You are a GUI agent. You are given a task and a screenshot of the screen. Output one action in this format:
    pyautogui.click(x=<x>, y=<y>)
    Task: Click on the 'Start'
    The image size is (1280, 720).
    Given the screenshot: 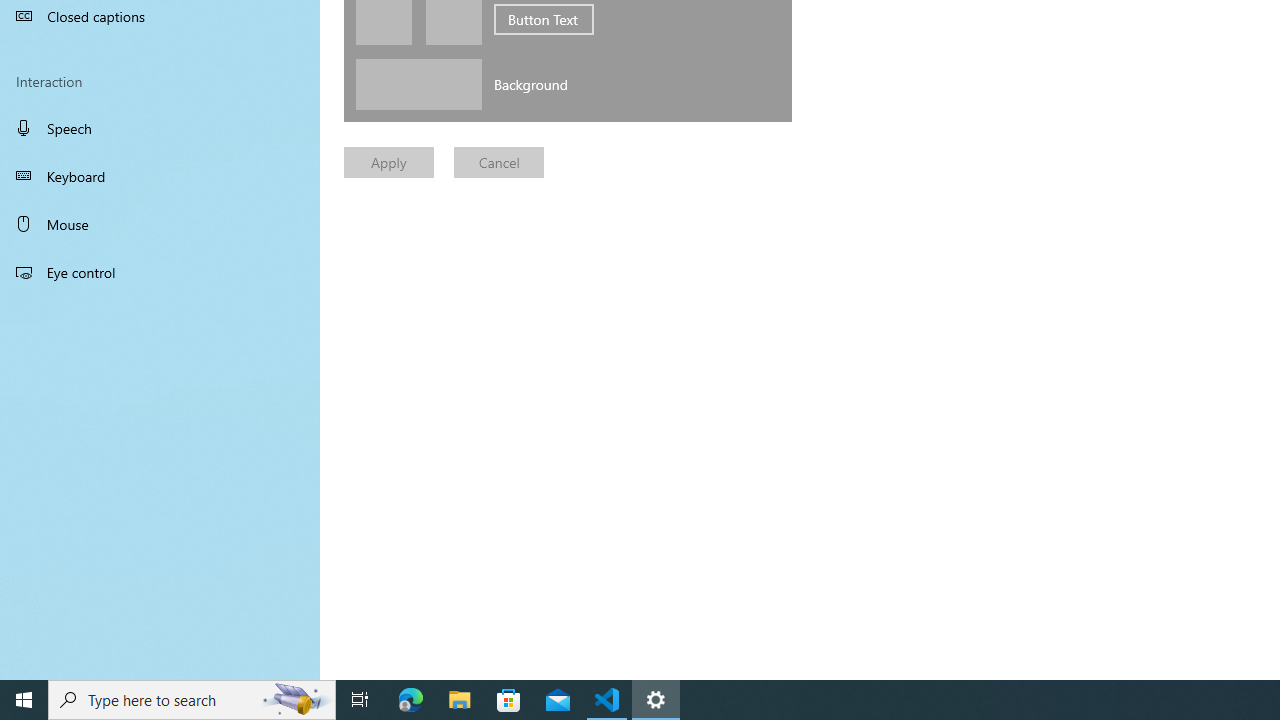 What is the action you would take?
    pyautogui.click(x=24, y=698)
    